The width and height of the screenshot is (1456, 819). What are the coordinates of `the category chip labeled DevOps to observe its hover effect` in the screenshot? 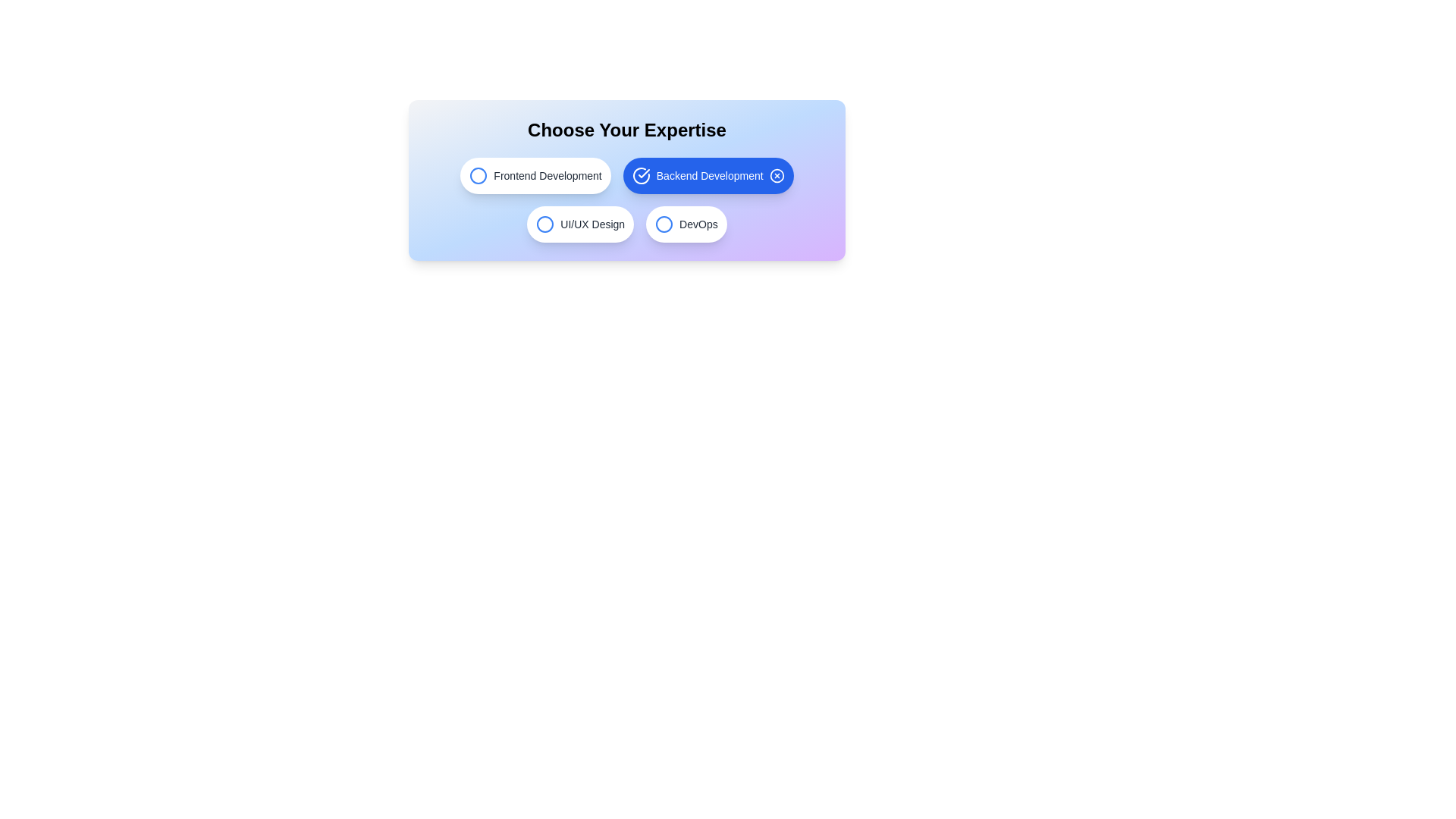 It's located at (686, 224).